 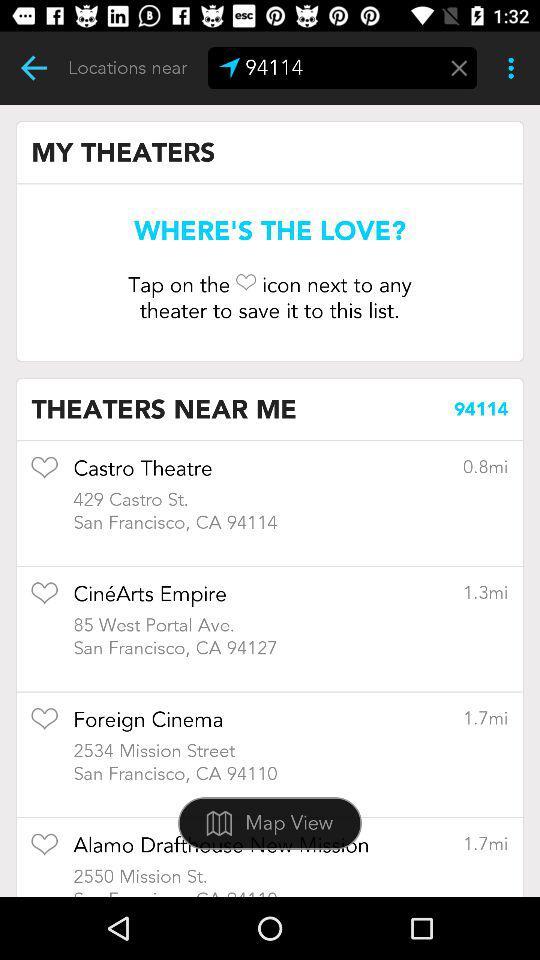 I want to click on click the heart, so click(x=44, y=850).